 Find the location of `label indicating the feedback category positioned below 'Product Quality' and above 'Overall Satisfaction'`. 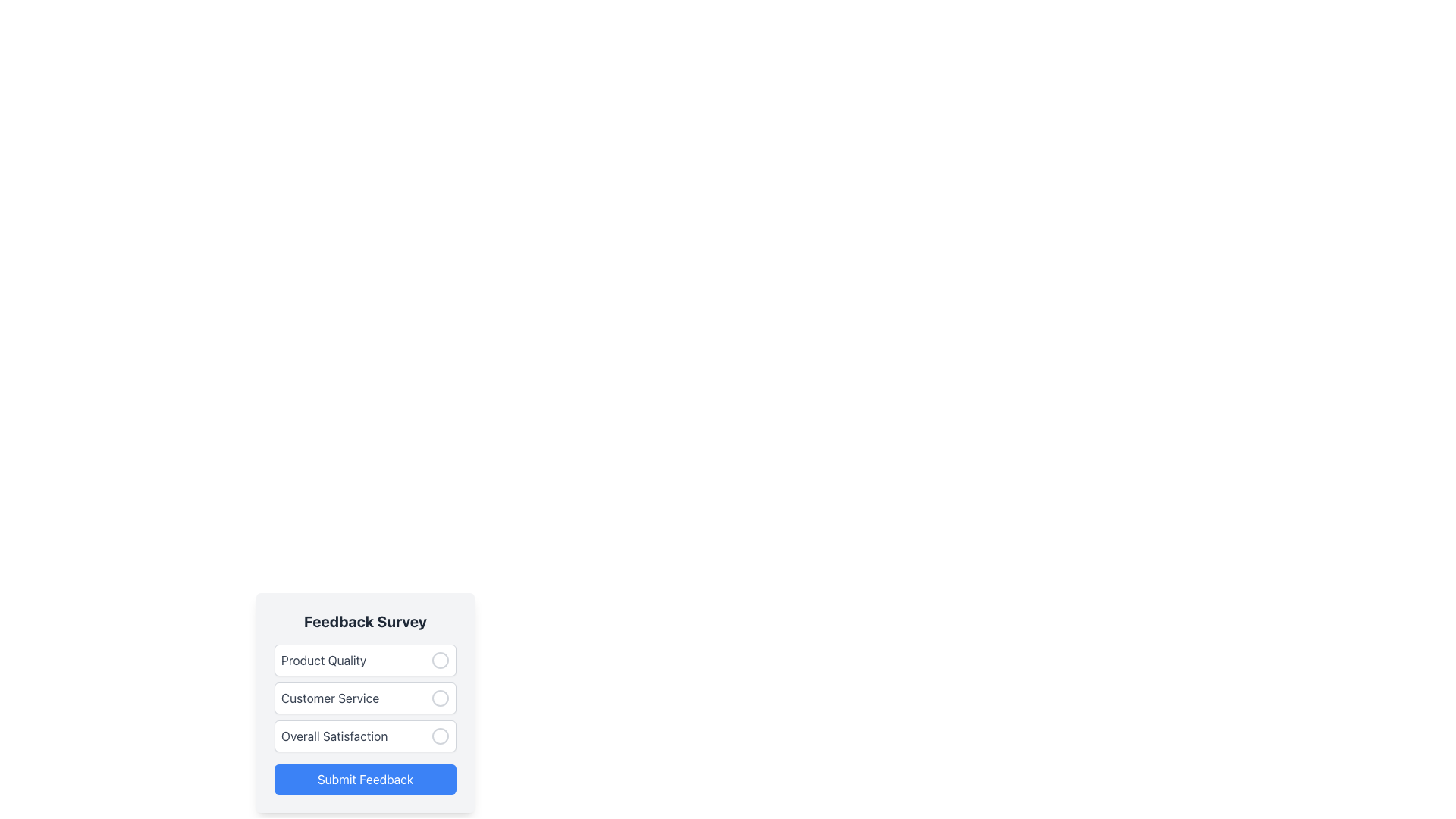

label indicating the feedback category positioned below 'Product Quality' and above 'Overall Satisfaction' is located at coordinates (329, 698).